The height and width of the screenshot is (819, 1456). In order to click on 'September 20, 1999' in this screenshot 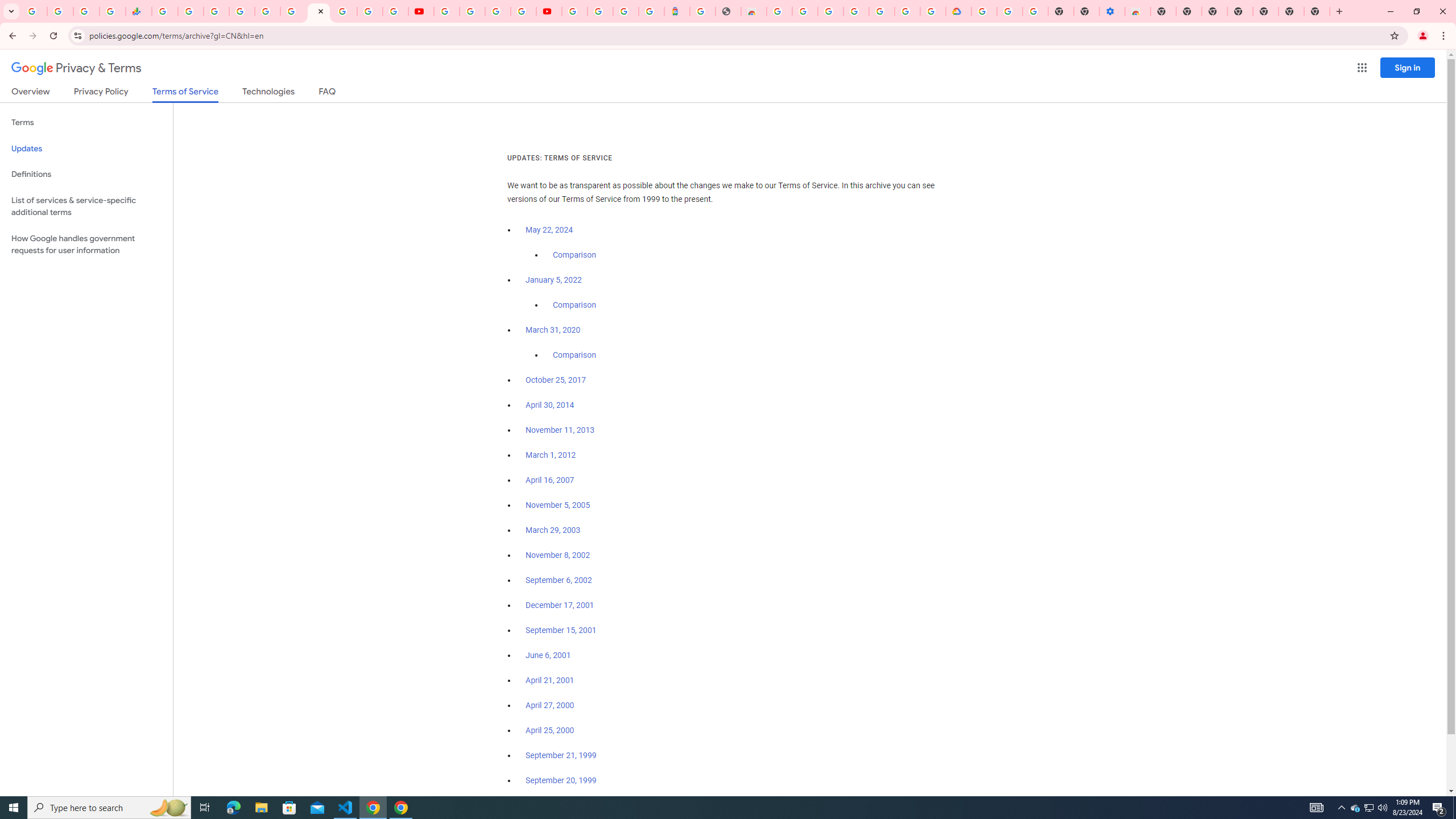, I will do `click(561, 780)`.